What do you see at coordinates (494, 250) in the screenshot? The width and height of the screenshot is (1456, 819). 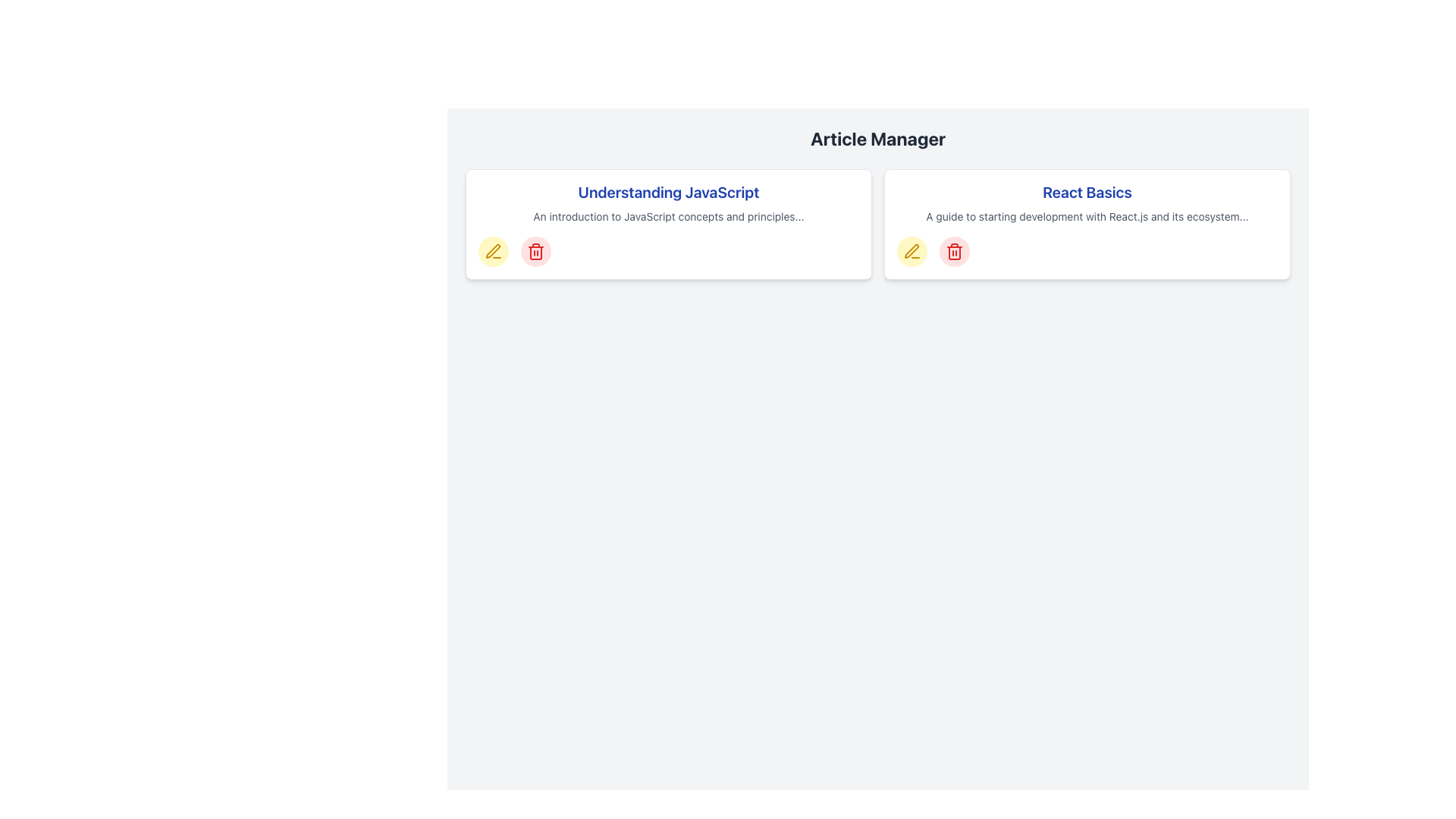 I see `the pen icon representing the edit functionality to initiate editing of the content associated with the article titled 'Understanding JavaScript.'` at bounding box center [494, 250].